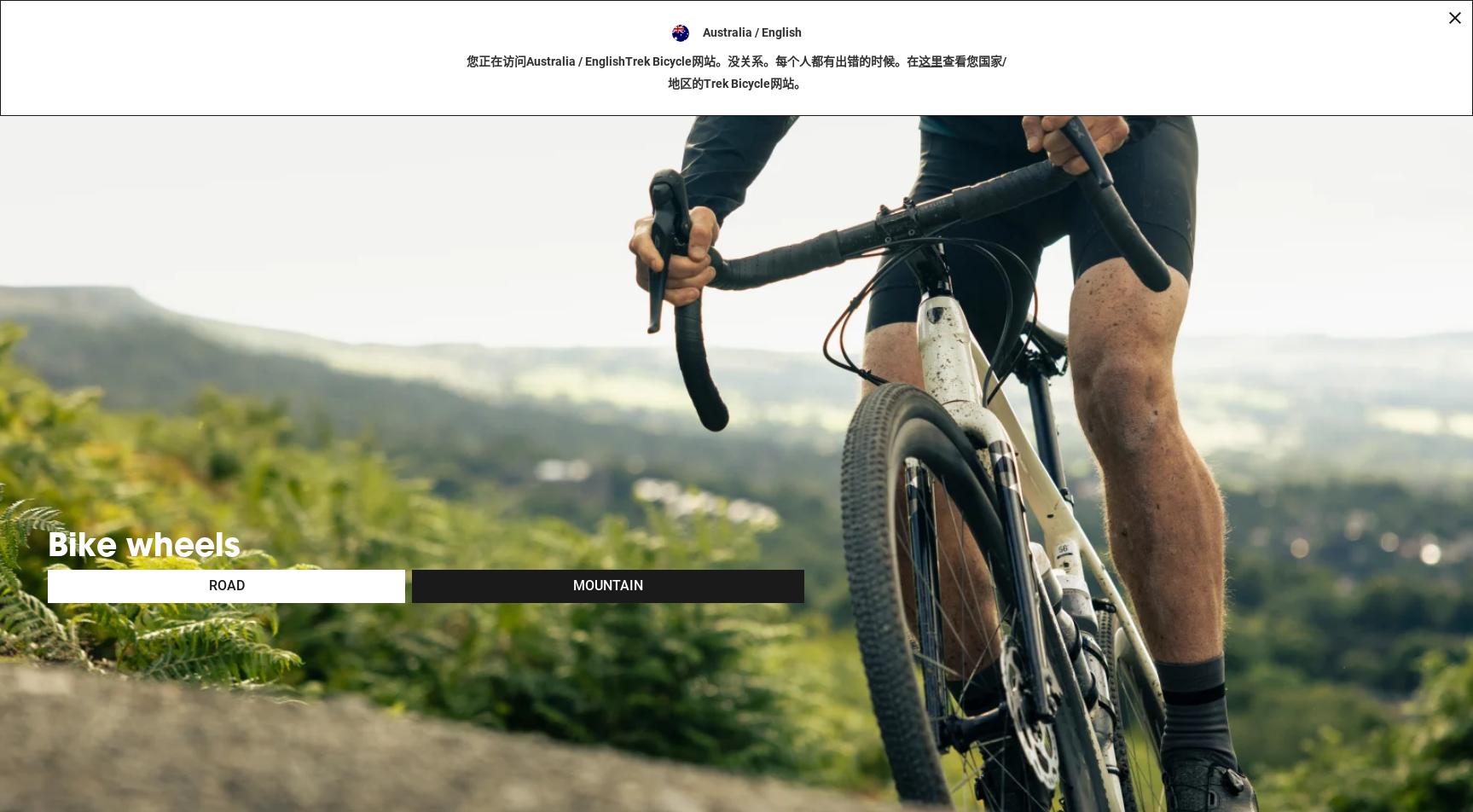  Describe the element at coordinates (983, 51) in the screenshot. I see `'Shops'` at that location.